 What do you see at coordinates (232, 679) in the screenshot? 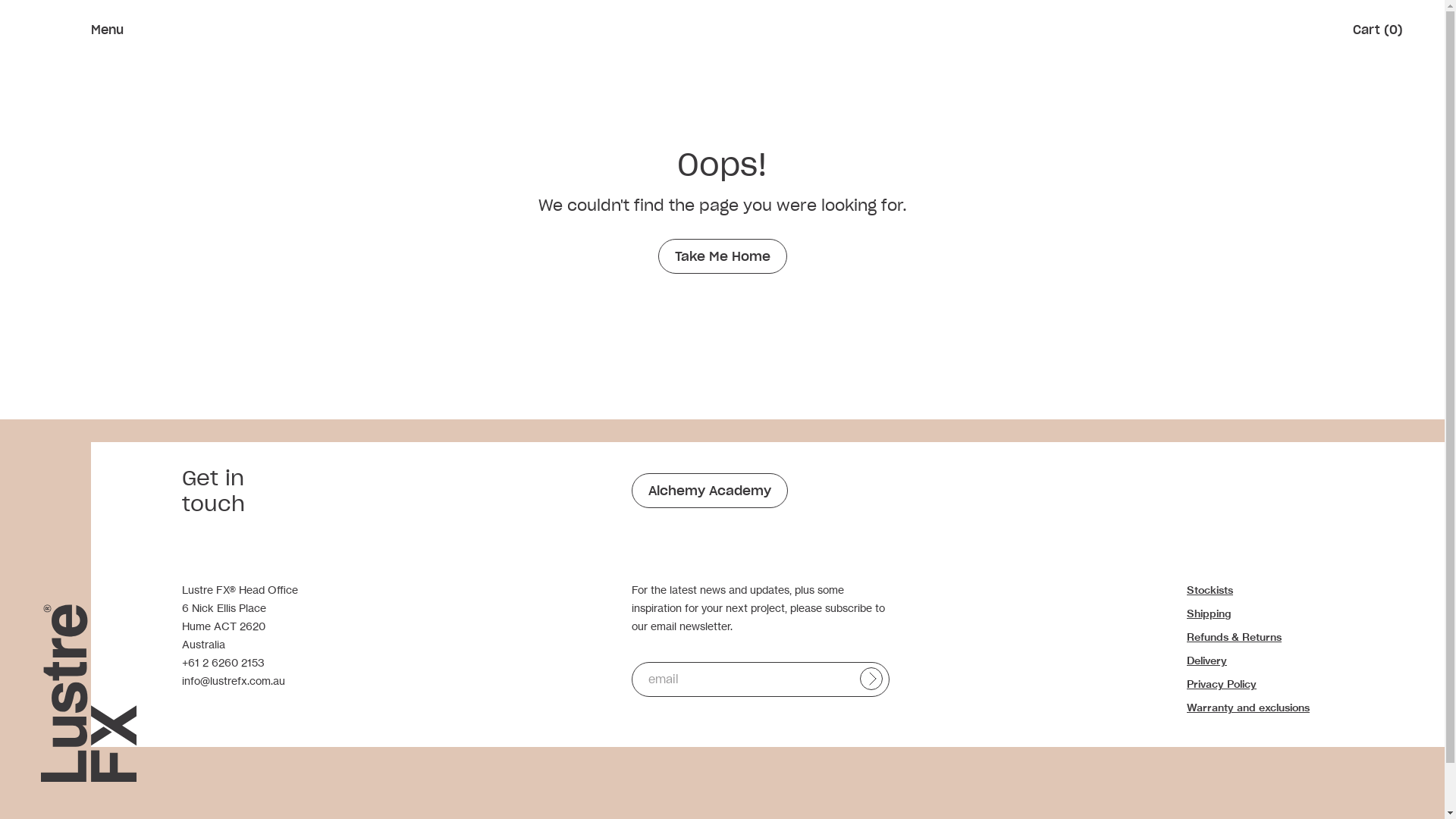
I see `'info@lustrefx.com.au'` at bounding box center [232, 679].